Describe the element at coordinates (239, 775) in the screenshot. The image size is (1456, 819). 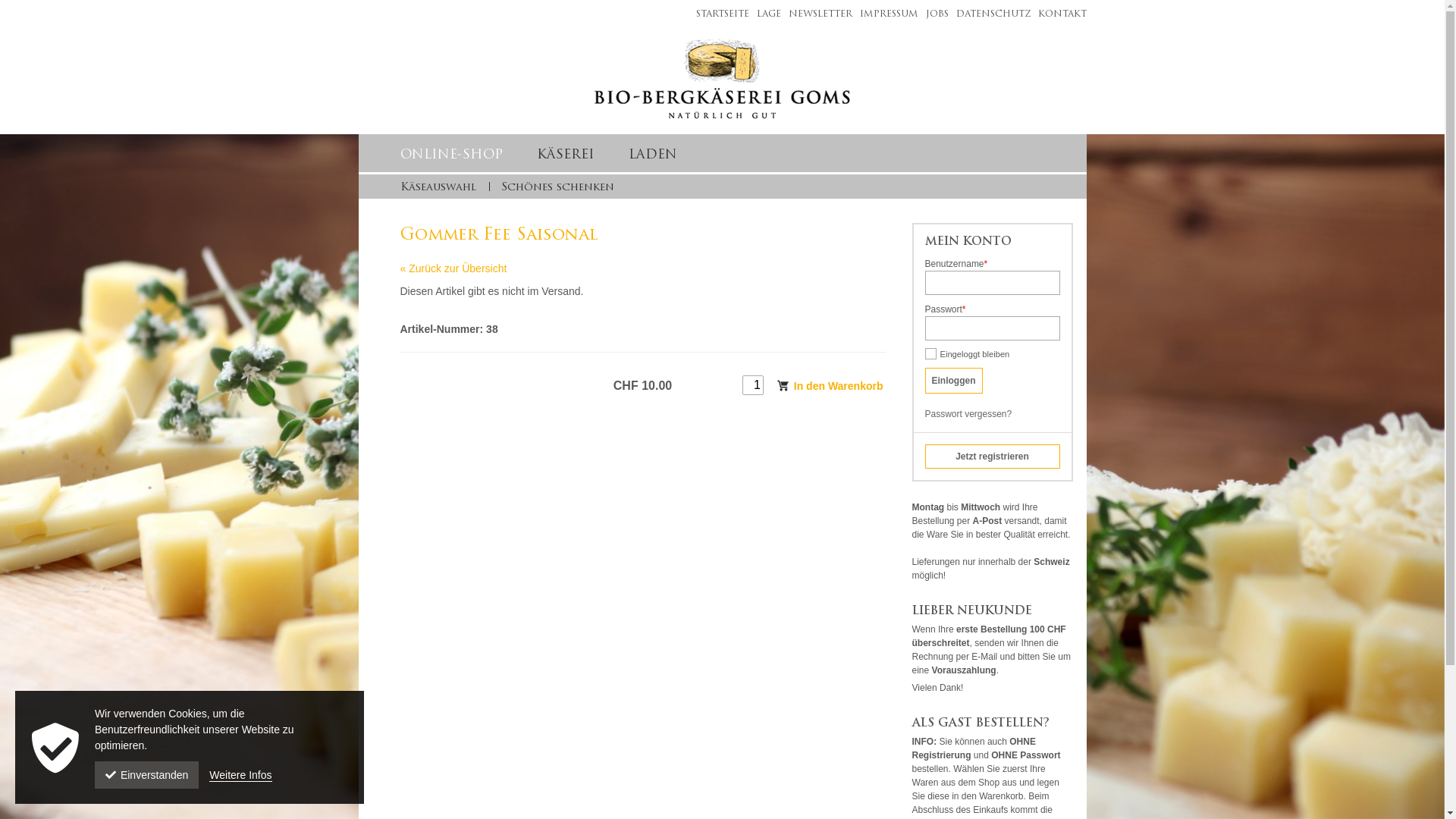
I see `'Weitere Infos'` at that location.